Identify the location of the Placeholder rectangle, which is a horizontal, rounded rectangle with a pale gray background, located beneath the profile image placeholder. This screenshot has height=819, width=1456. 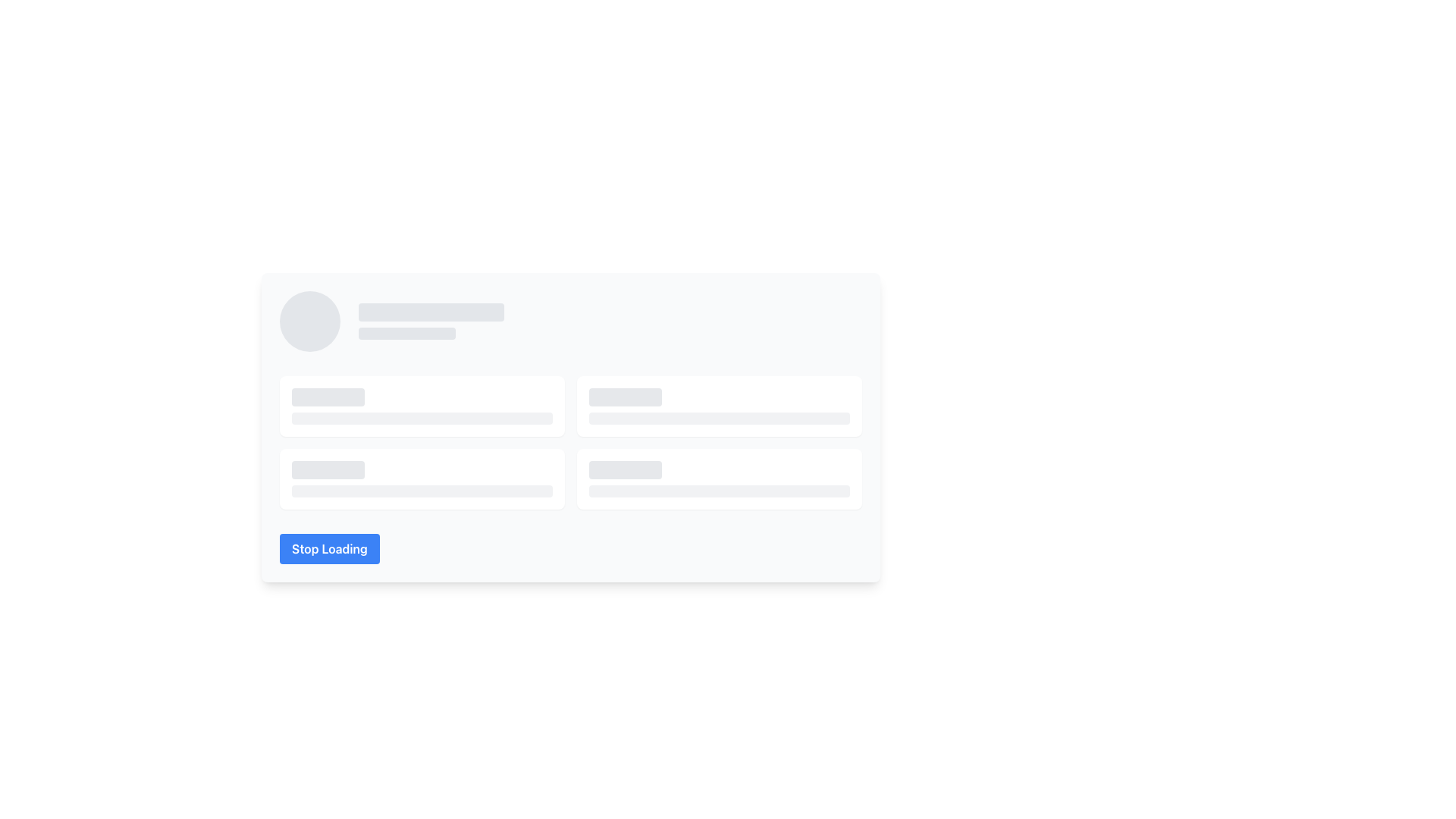
(407, 332).